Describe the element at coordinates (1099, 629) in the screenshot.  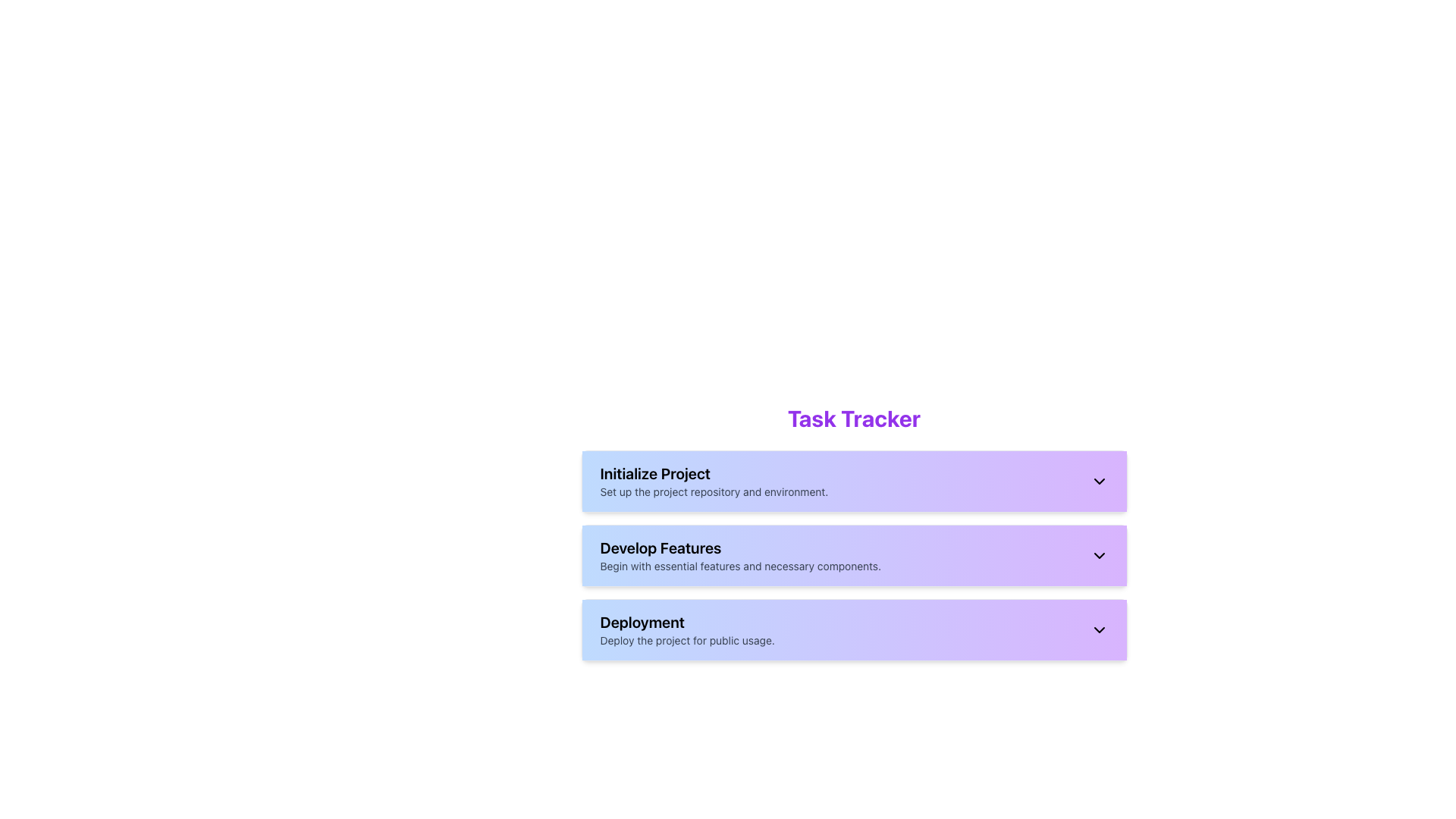
I see `the downward-pointing chevron toggle indicator located in the bottommost section labeled 'Deployment', aligned to the right within a blue-to-purple gradient background` at that location.